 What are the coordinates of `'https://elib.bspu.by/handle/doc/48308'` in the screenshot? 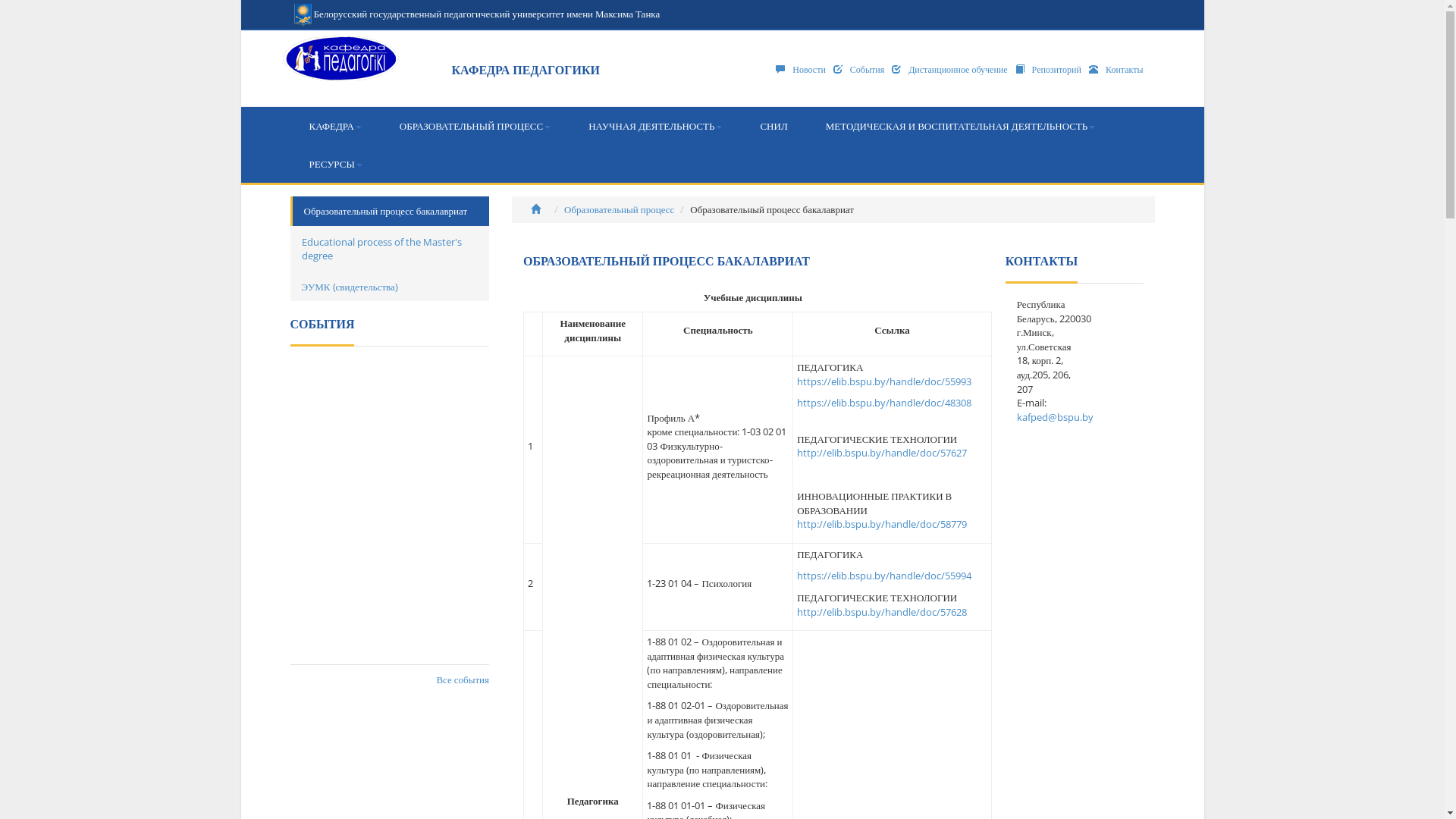 It's located at (884, 402).